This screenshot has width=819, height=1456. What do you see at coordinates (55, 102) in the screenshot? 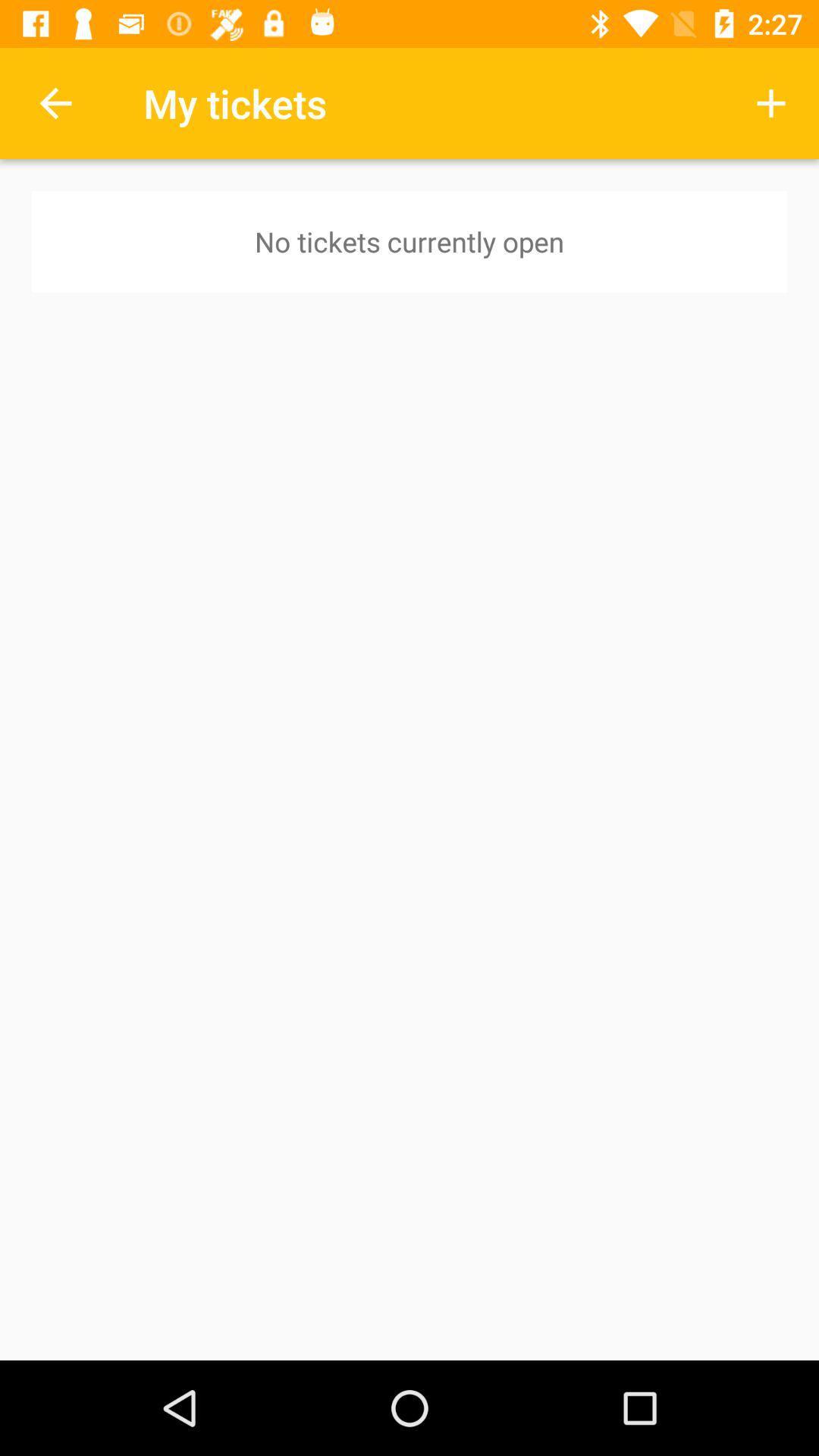
I see `icon to the left of the my tickets icon` at bounding box center [55, 102].